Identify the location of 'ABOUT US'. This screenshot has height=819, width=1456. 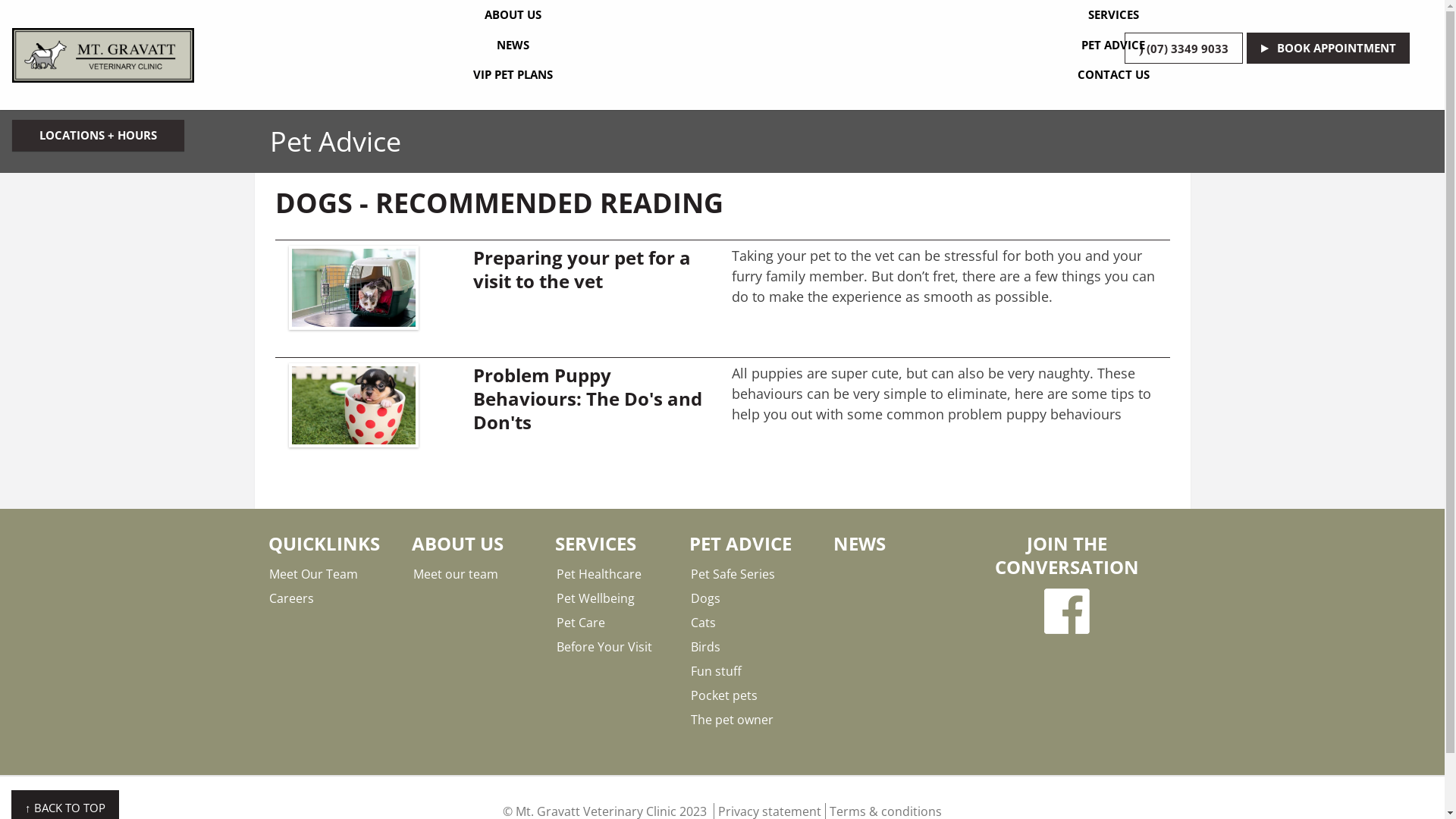
(457, 542).